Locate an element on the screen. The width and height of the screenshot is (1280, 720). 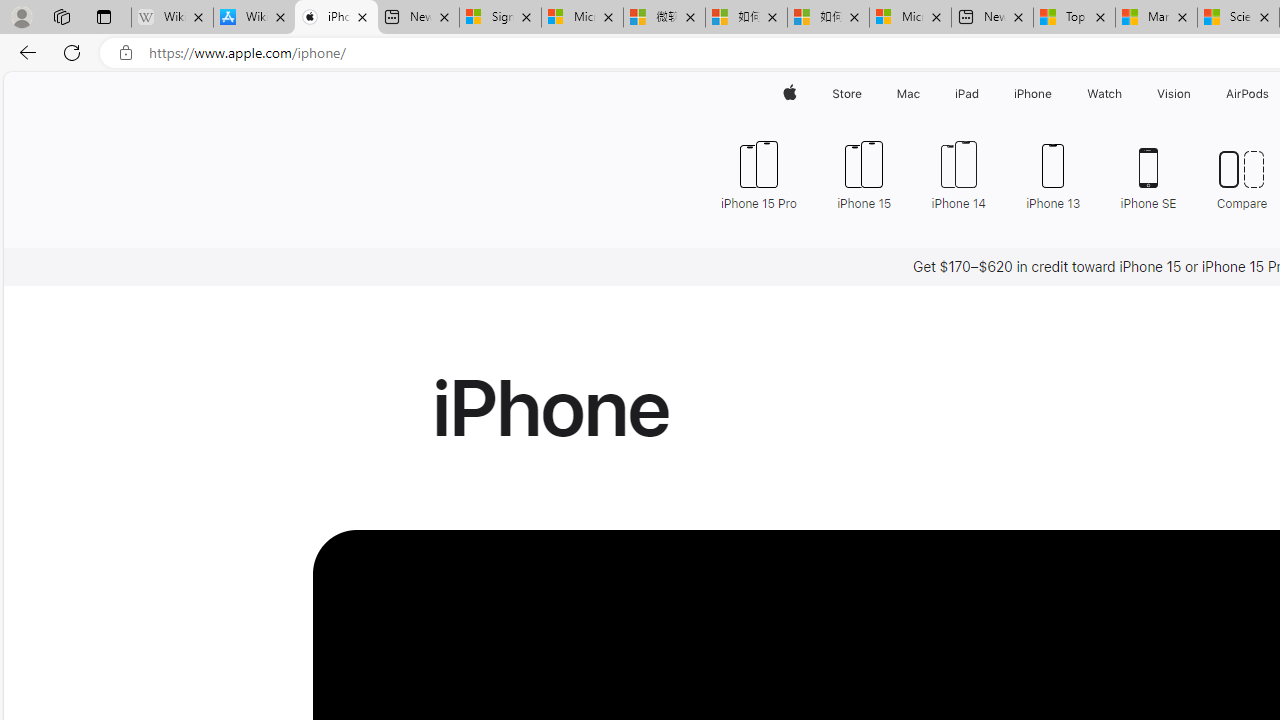
'Apple' is located at coordinates (788, 93).